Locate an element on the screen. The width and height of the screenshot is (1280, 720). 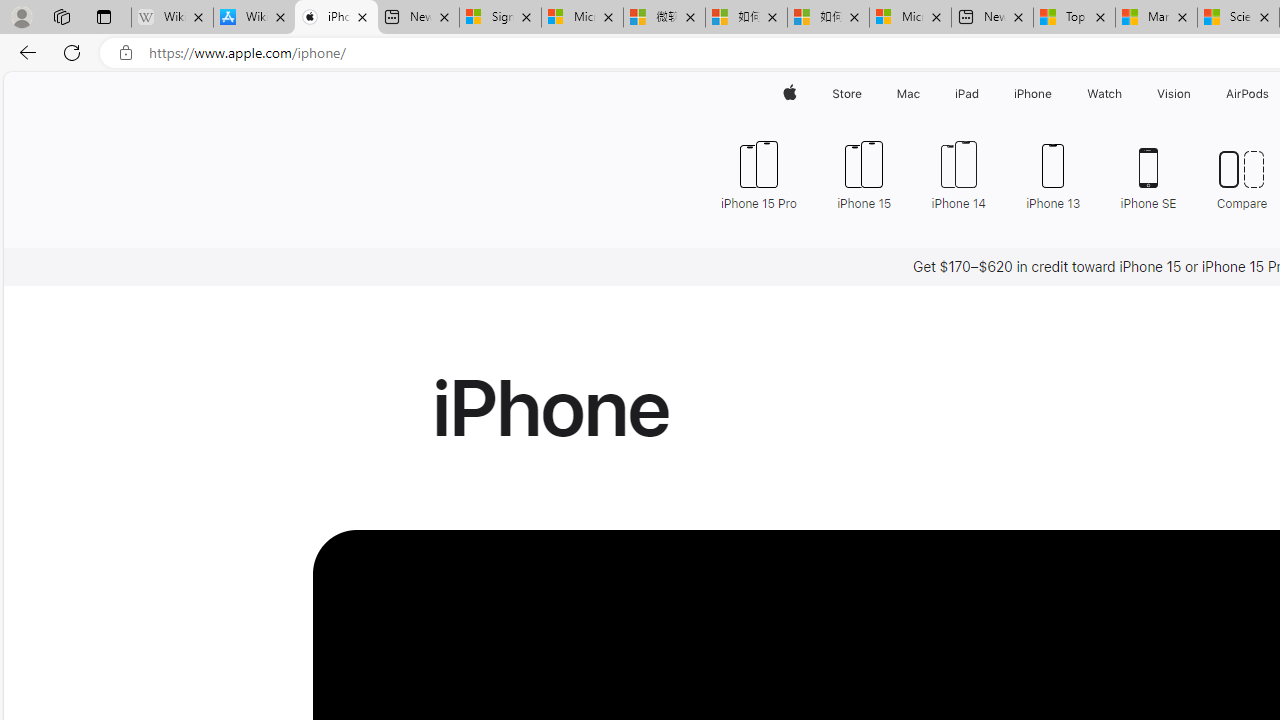
'Apple' is located at coordinates (788, 93).